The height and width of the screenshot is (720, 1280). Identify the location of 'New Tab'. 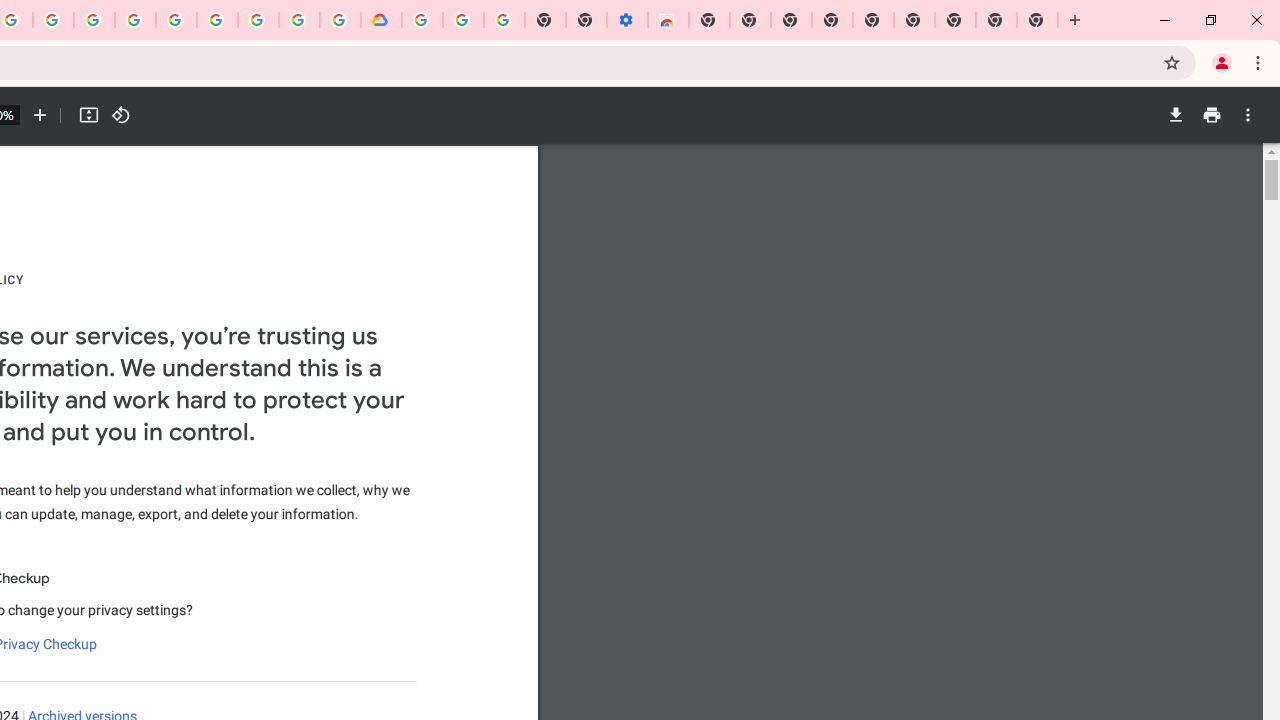
(1038, 20).